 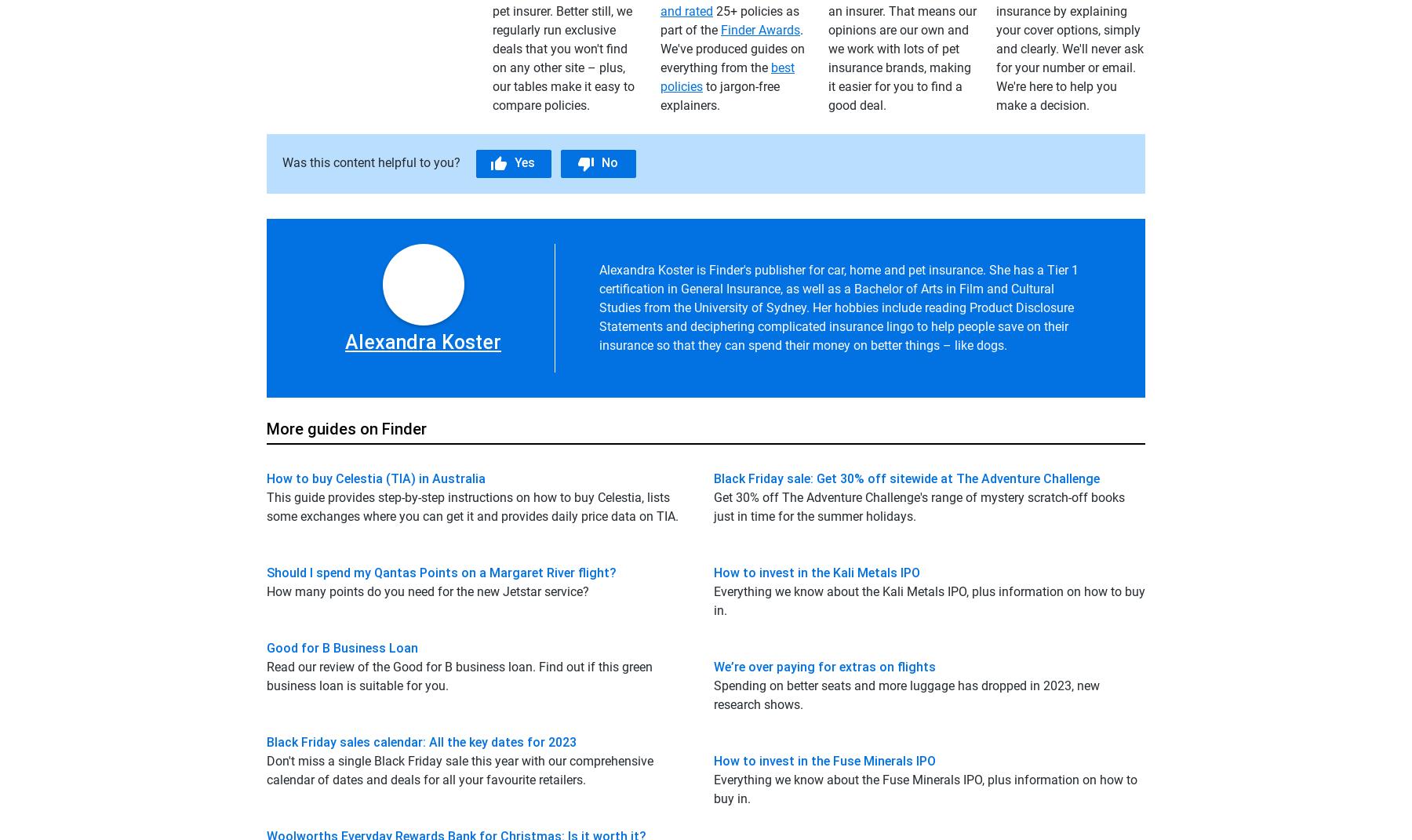 What do you see at coordinates (928, 600) in the screenshot?
I see `'Everything we know about the Kali Metals IPO, plus information on how to buy in.'` at bounding box center [928, 600].